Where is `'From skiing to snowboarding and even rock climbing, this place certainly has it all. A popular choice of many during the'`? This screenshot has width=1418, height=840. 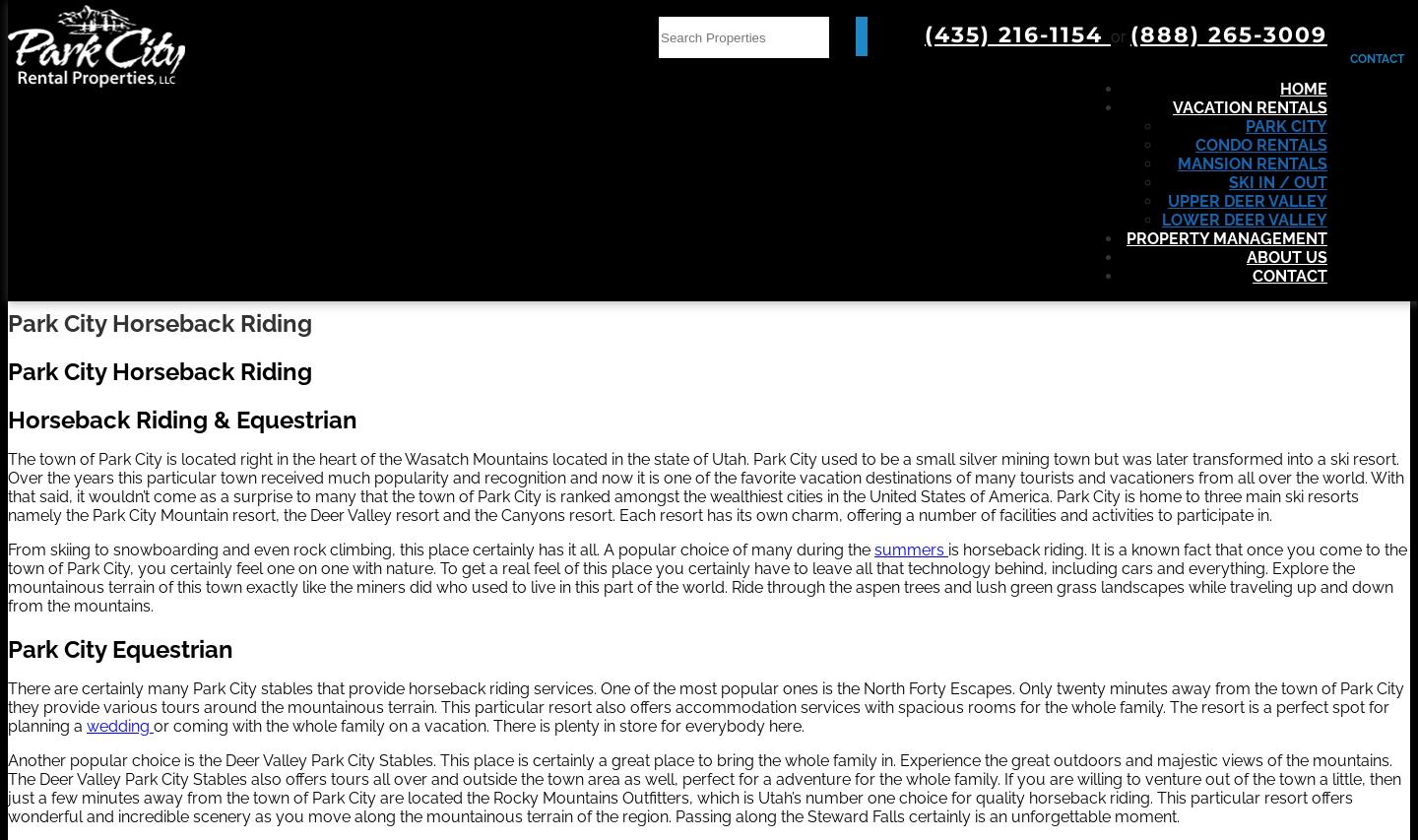 'From skiing to snowboarding and even rock climbing, this place certainly has it all. A popular choice of many during the' is located at coordinates (440, 548).